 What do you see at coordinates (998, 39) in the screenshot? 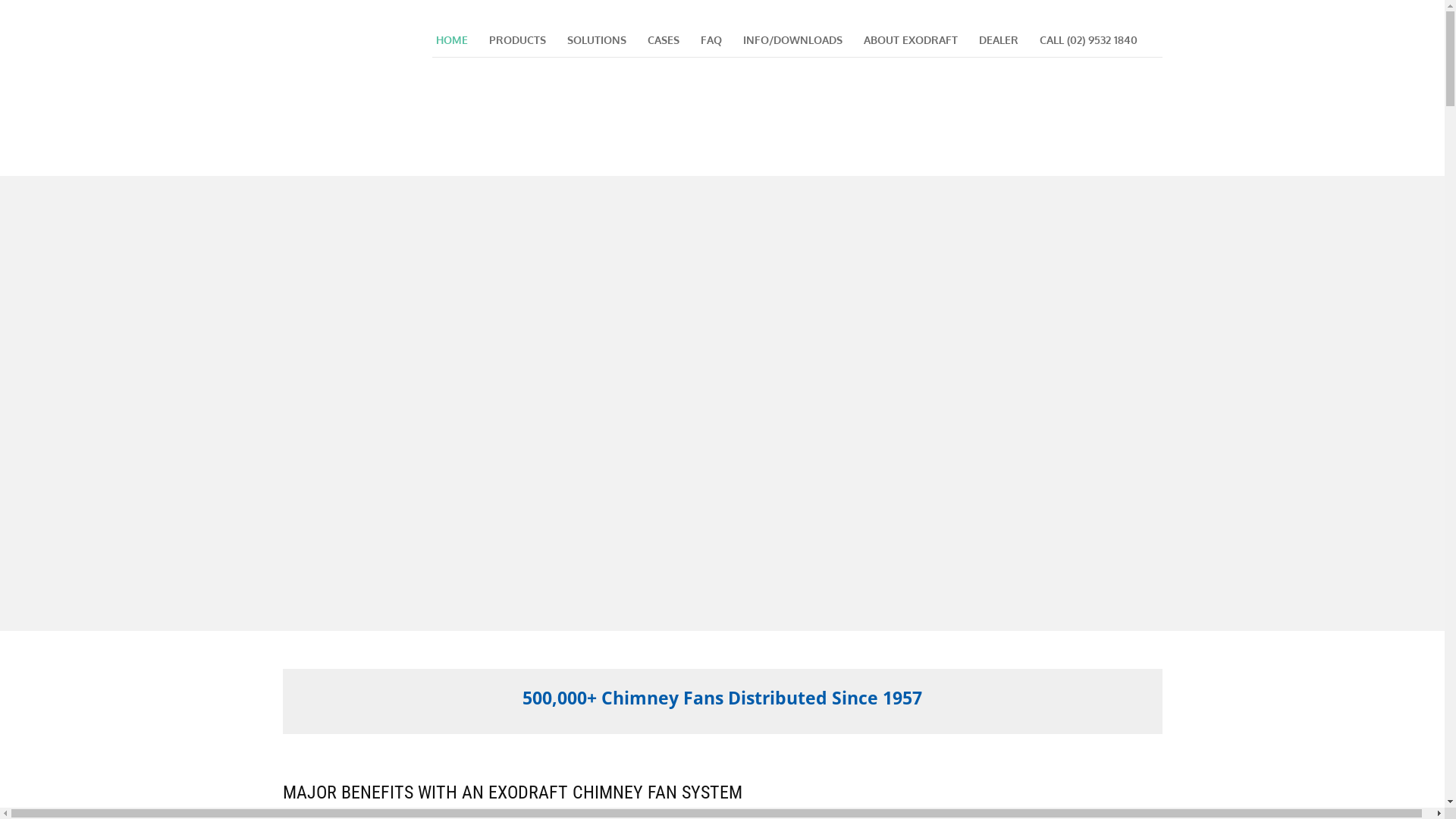
I see `'DEALER'` at bounding box center [998, 39].